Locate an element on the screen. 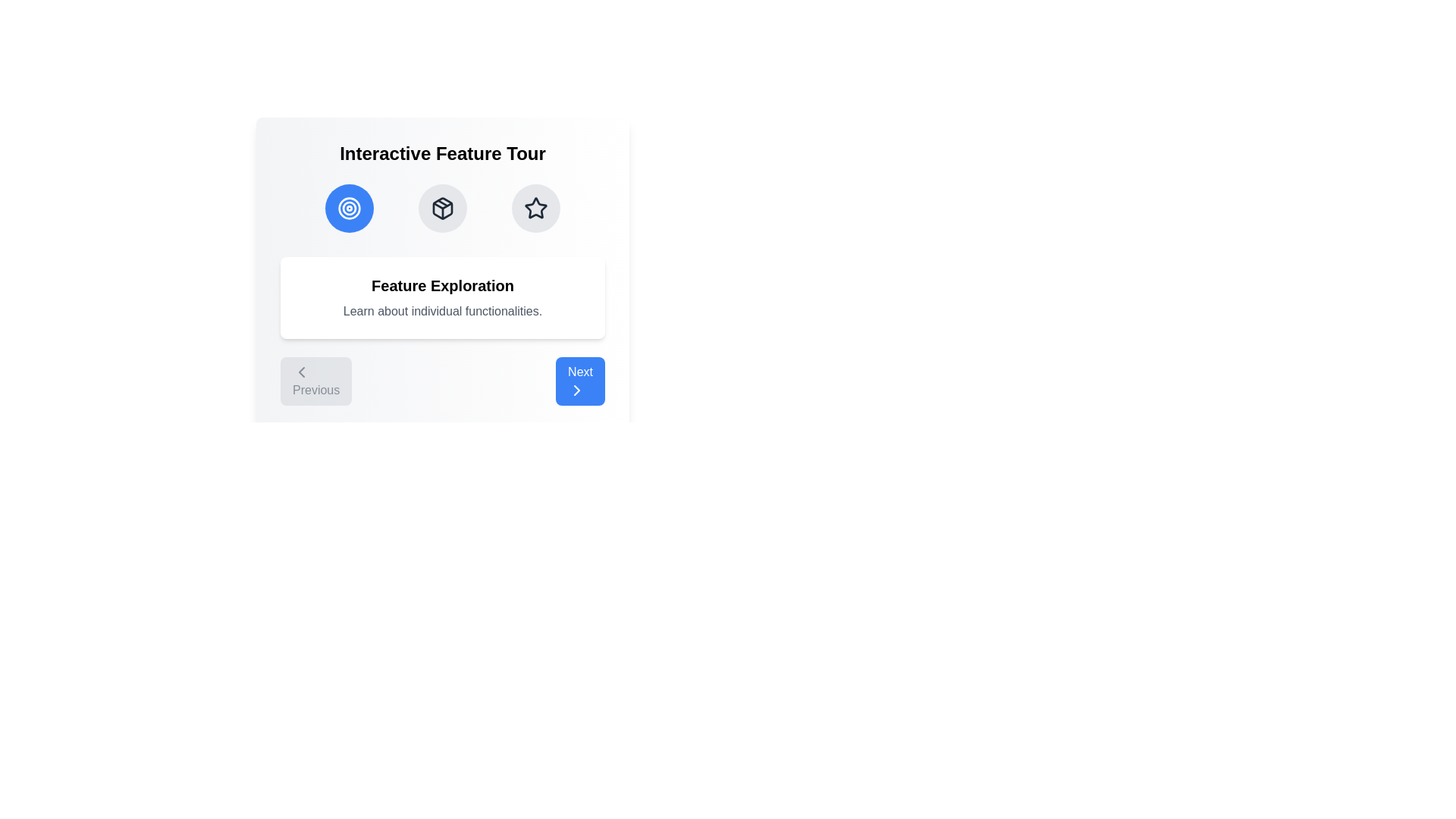  the outermost circle of the target icon, which is the first icon in a row of three circular icons located at the upper left part of the main interface is located at coordinates (348, 208).